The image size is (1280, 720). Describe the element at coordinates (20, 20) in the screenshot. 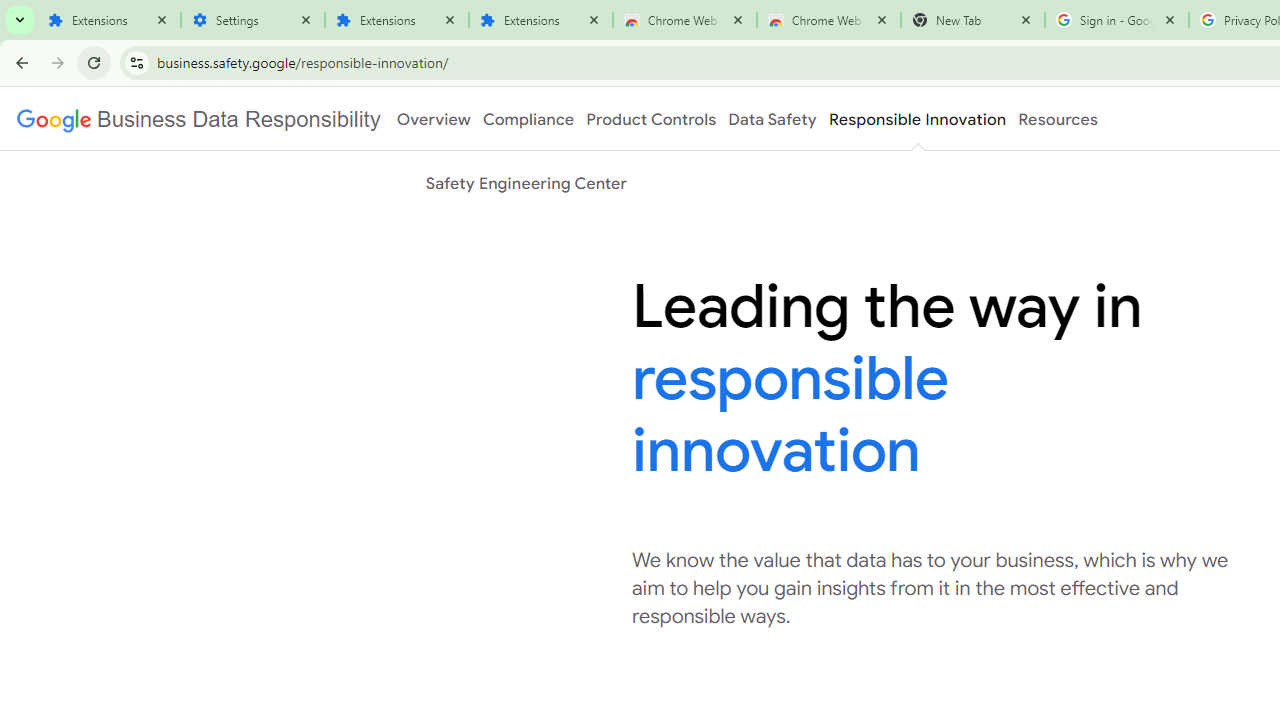

I see `'Search tabs'` at that location.